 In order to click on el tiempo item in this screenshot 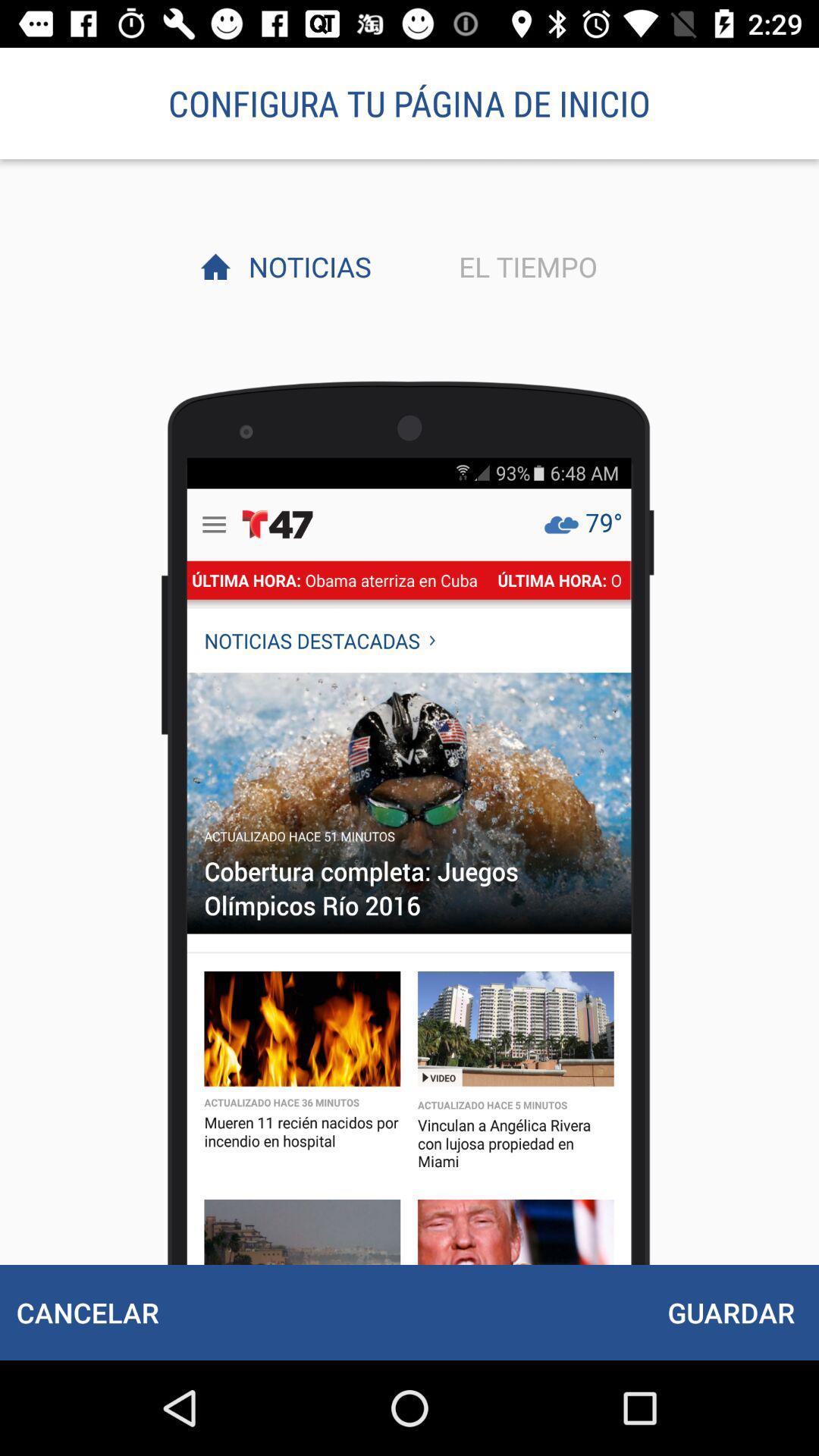, I will do `click(523, 266)`.